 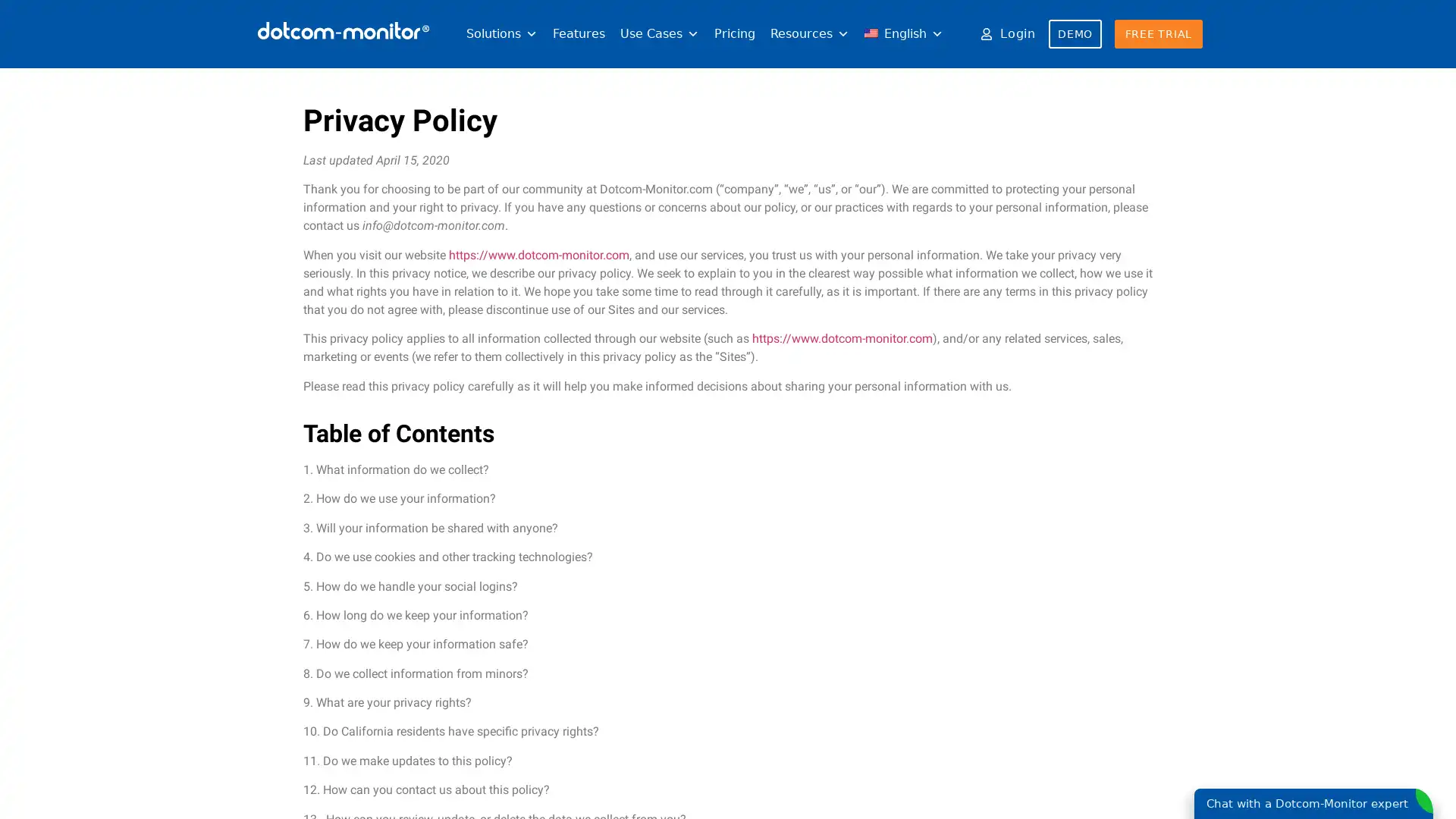 What do you see at coordinates (1074, 34) in the screenshot?
I see `DEMO` at bounding box center [1074, 34].